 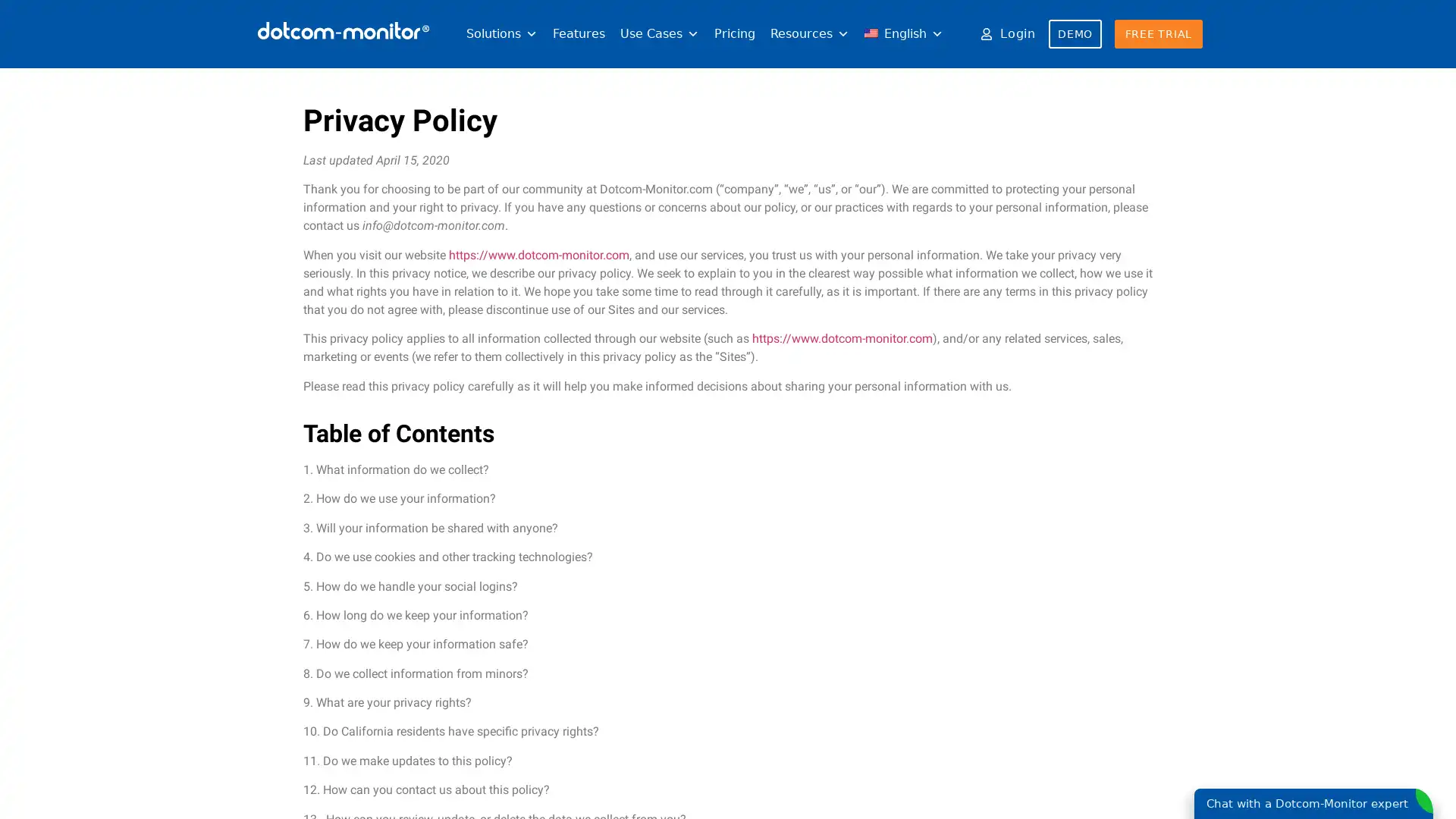 What do you see at coordinates (1074, 34) in the screenshot?
I see `DEMO` at bounding box center [1074, 34].